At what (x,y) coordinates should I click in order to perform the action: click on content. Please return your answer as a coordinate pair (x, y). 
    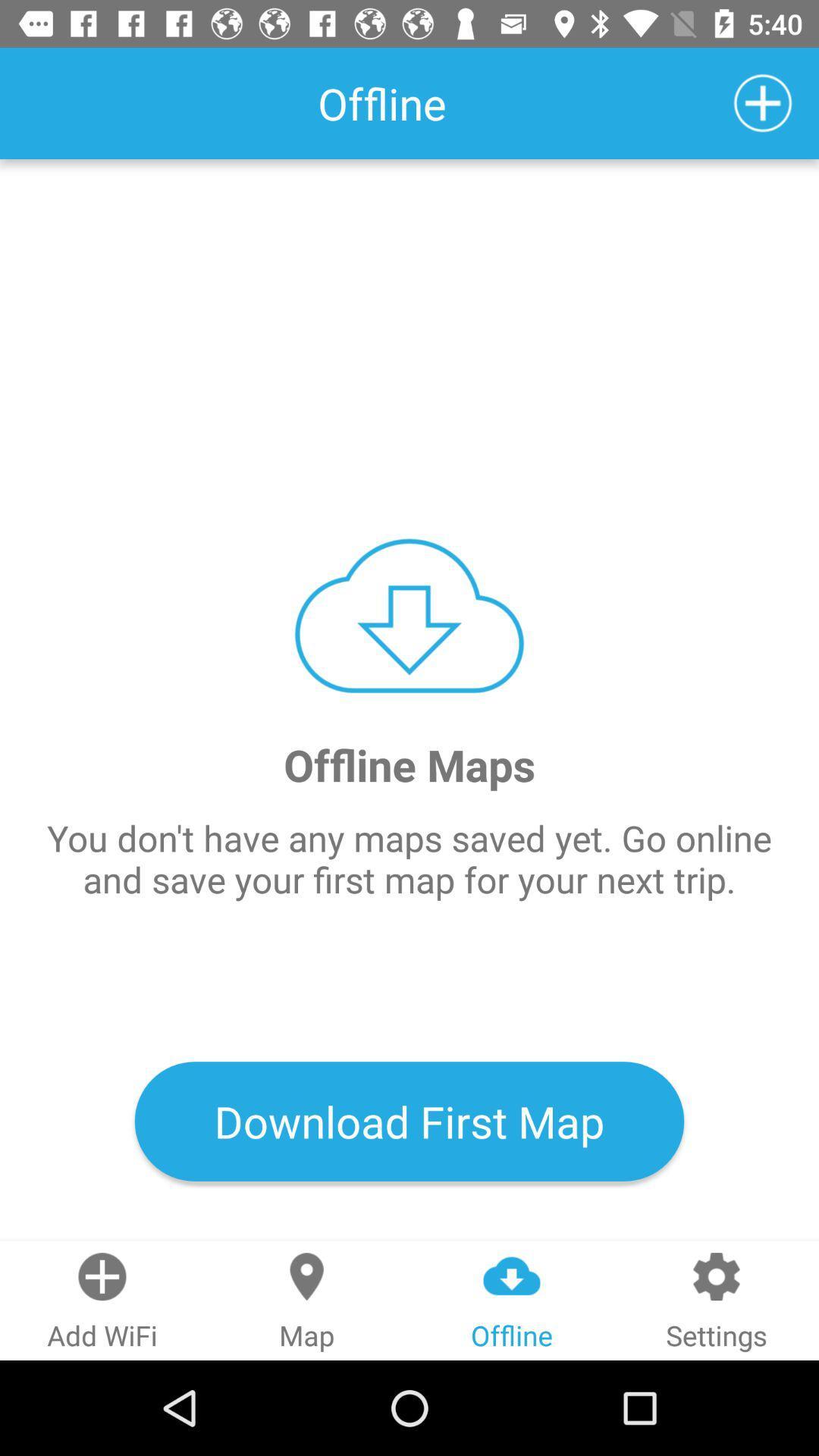
    Looking at the image, I should click on (763, 102).